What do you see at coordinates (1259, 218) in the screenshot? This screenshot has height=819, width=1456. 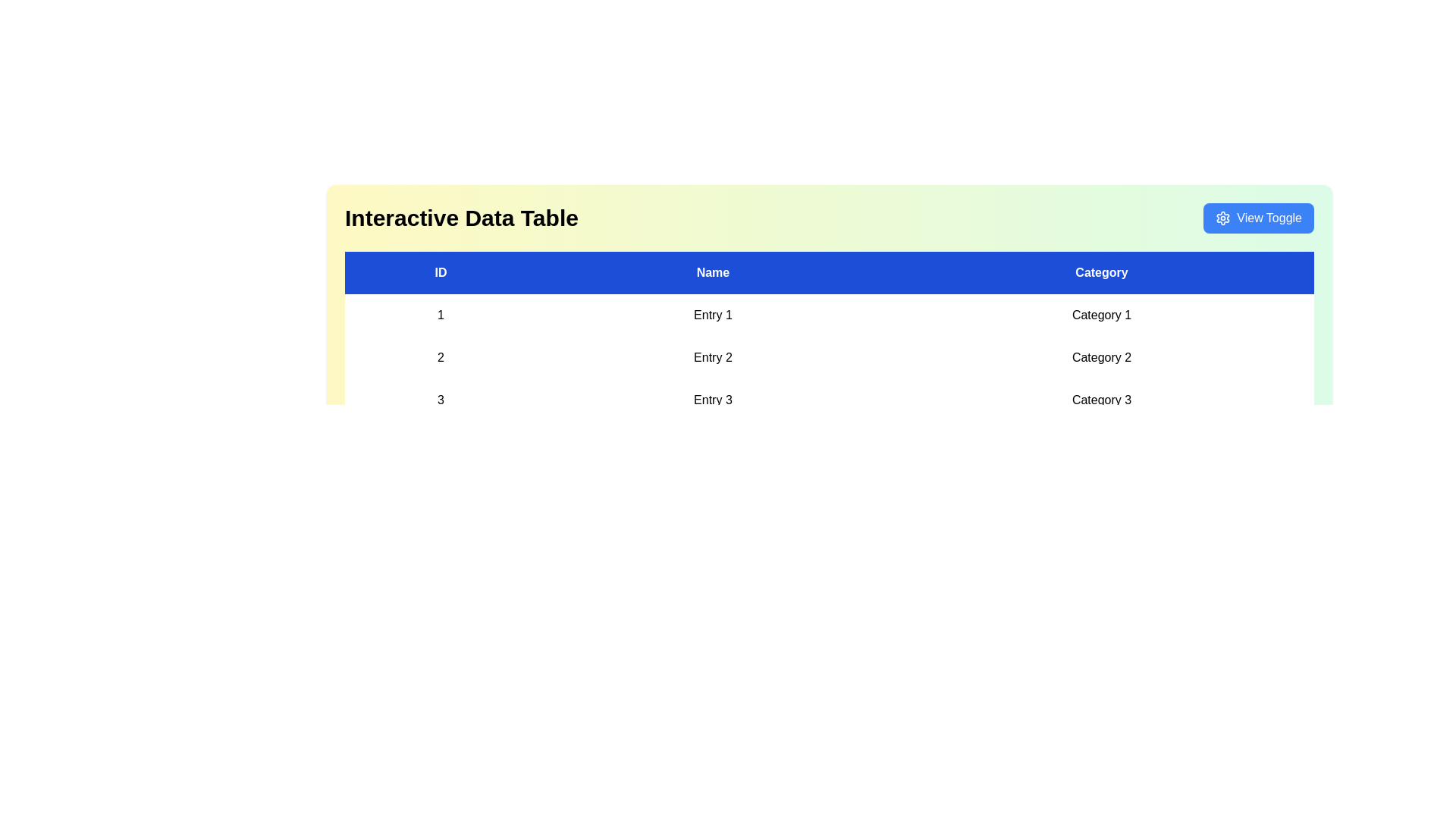 I see `the 'View Toggle' button to toggle the table view` at bounding box center [1259, 218].